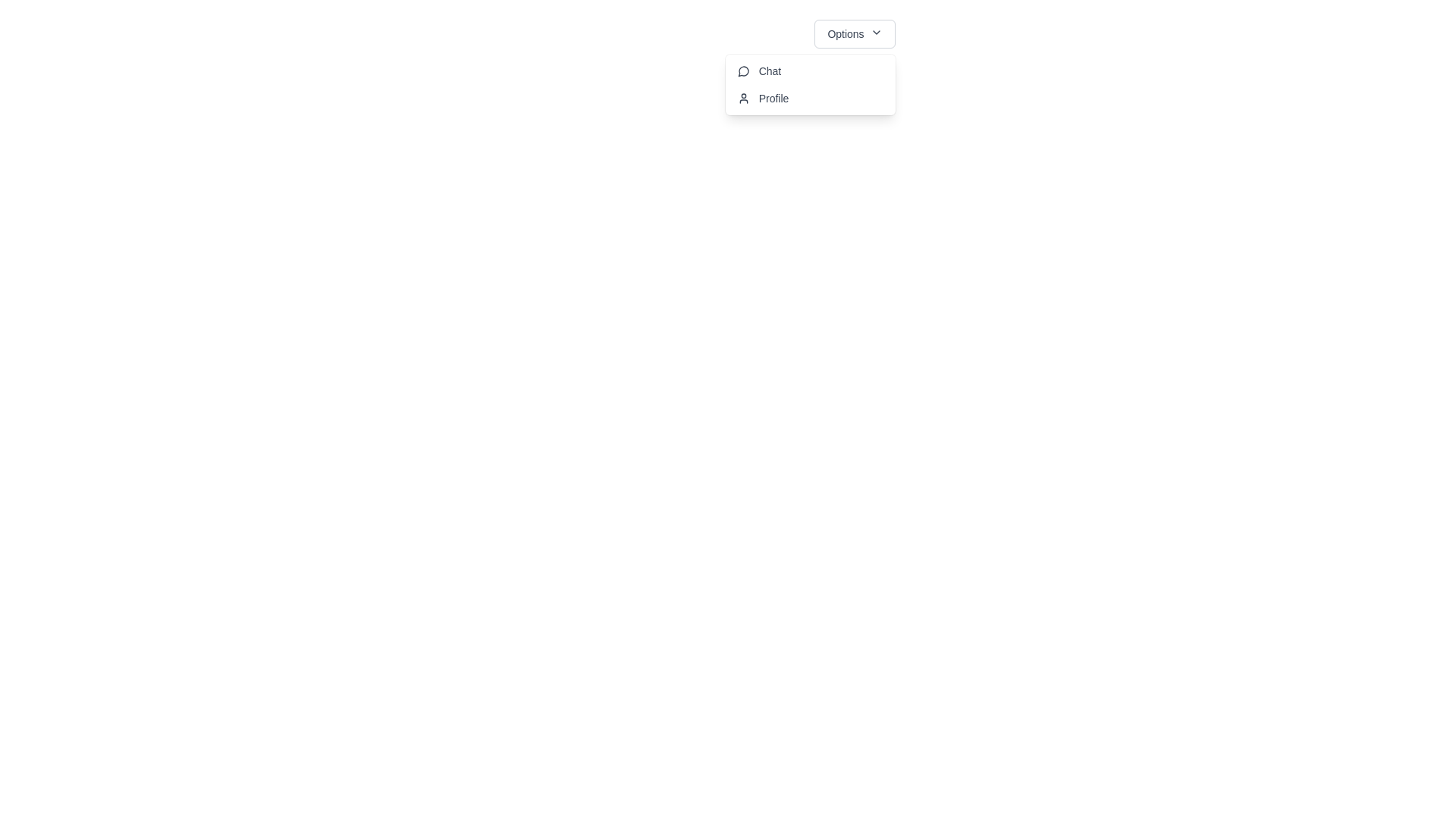  Describe the element at coordinates (759, 71) in the screenshot. I see `the first menu item in the dropdown menu, which is represented by a dark-gray comment bubble icon followed by the word 'Chat'` at that location.